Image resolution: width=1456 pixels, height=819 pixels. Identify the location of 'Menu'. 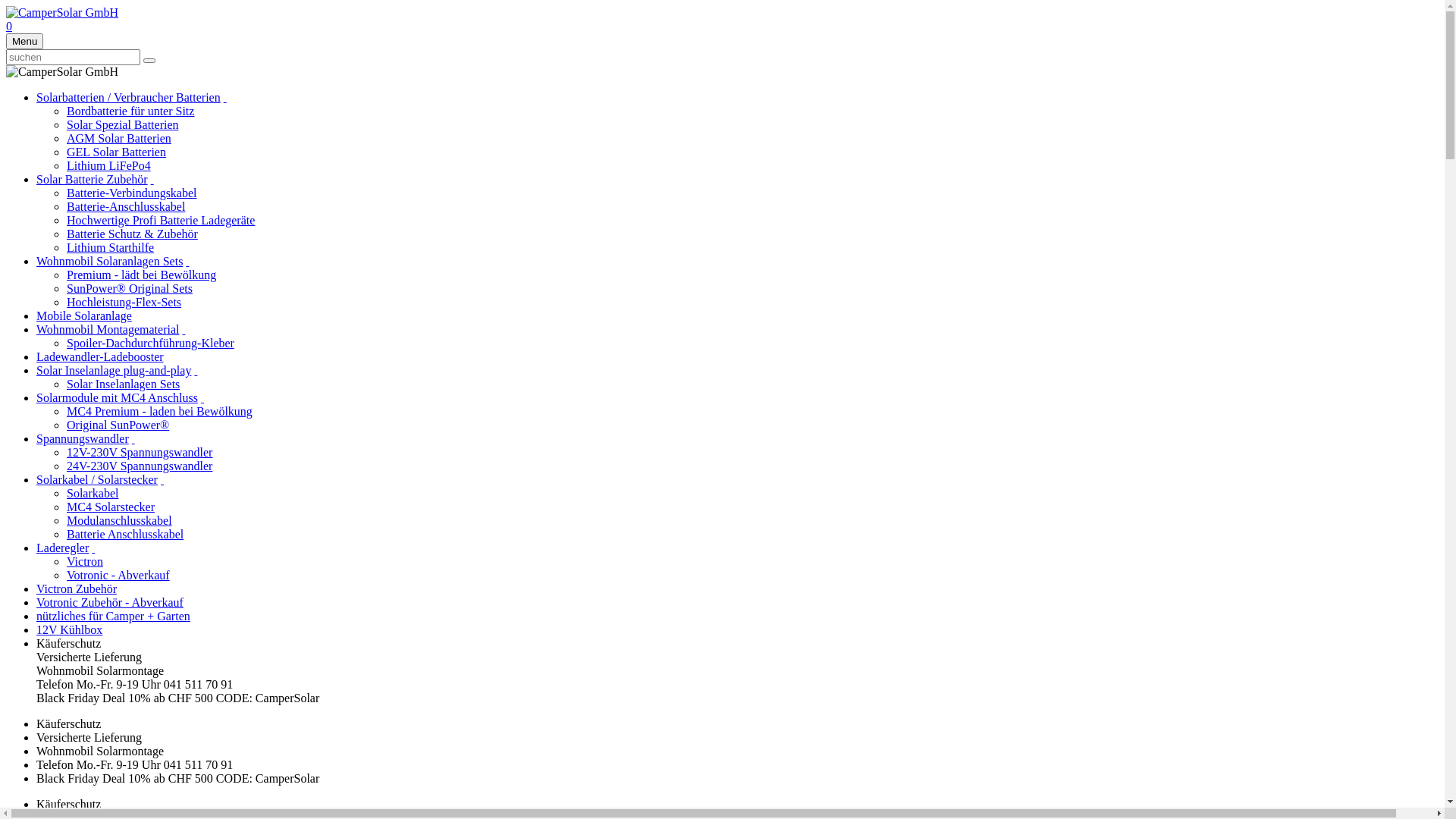
(6, 40).